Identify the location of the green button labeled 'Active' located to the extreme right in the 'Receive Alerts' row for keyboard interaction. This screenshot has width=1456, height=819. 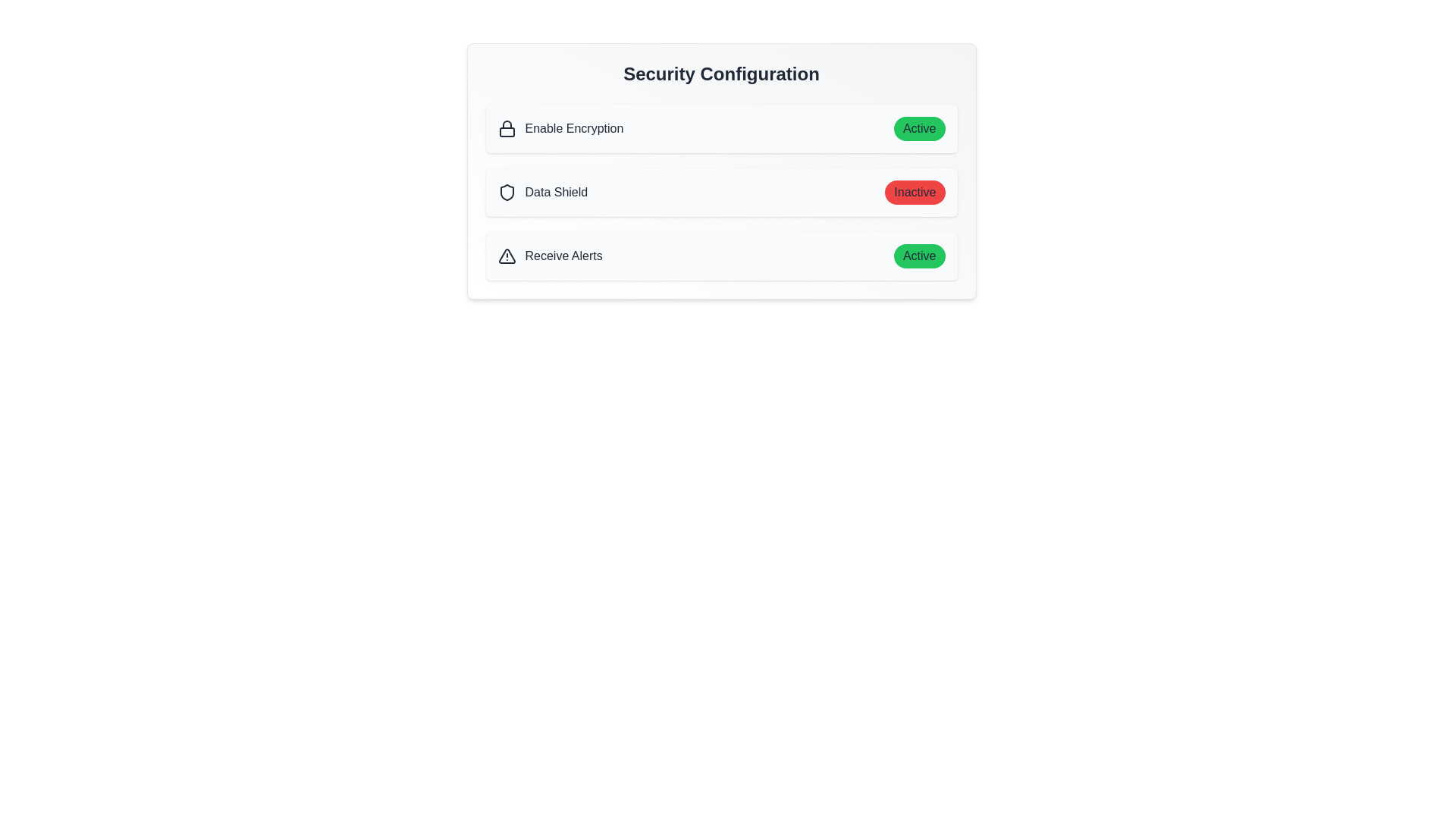
(918, 256).